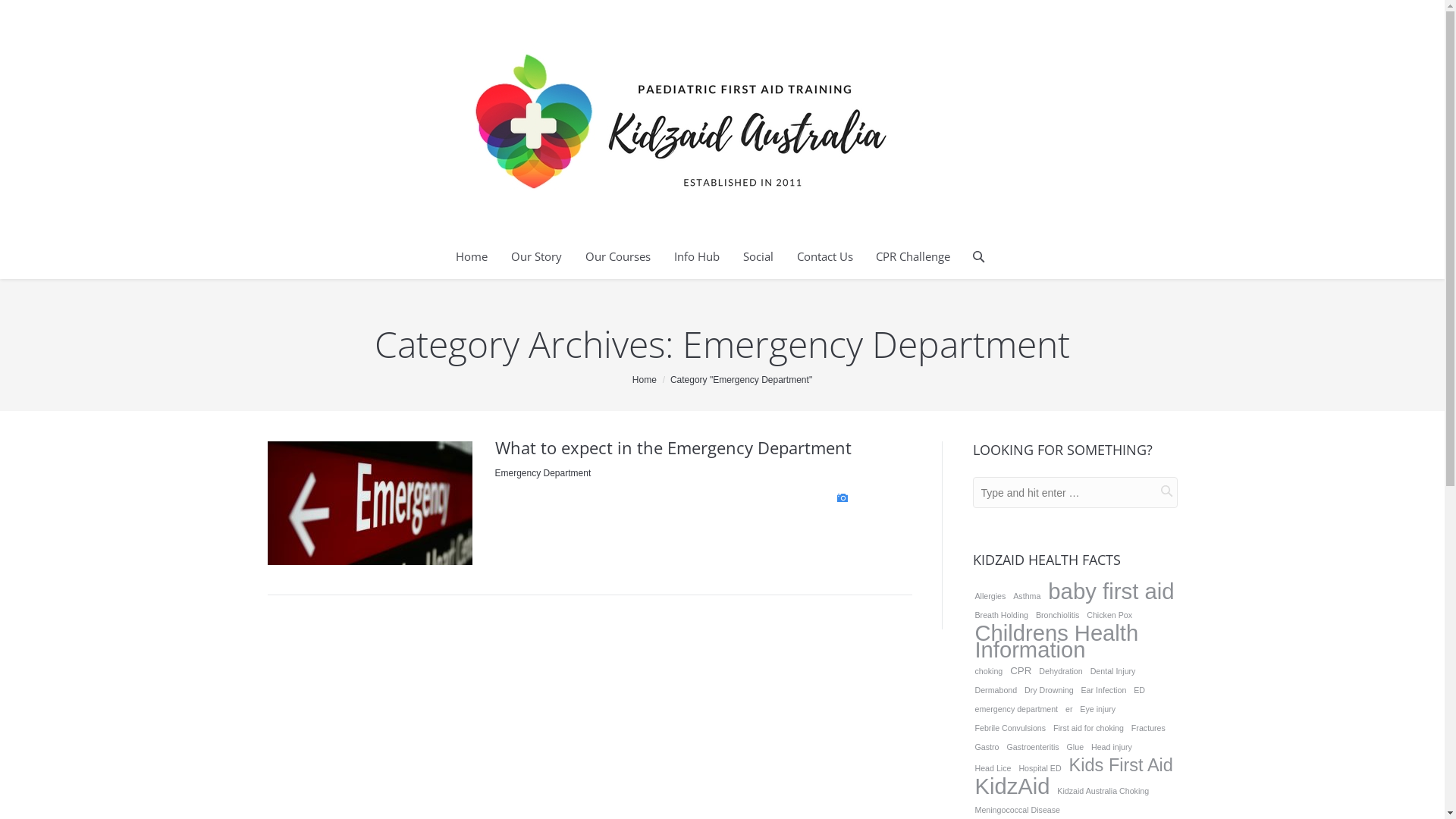 This screenshot has width=1456, height=819. What do you see at coordinates (1017, 809) in the screenshot?
I see `'Meningococcal Disease'` at bounding box center [1017, 809].